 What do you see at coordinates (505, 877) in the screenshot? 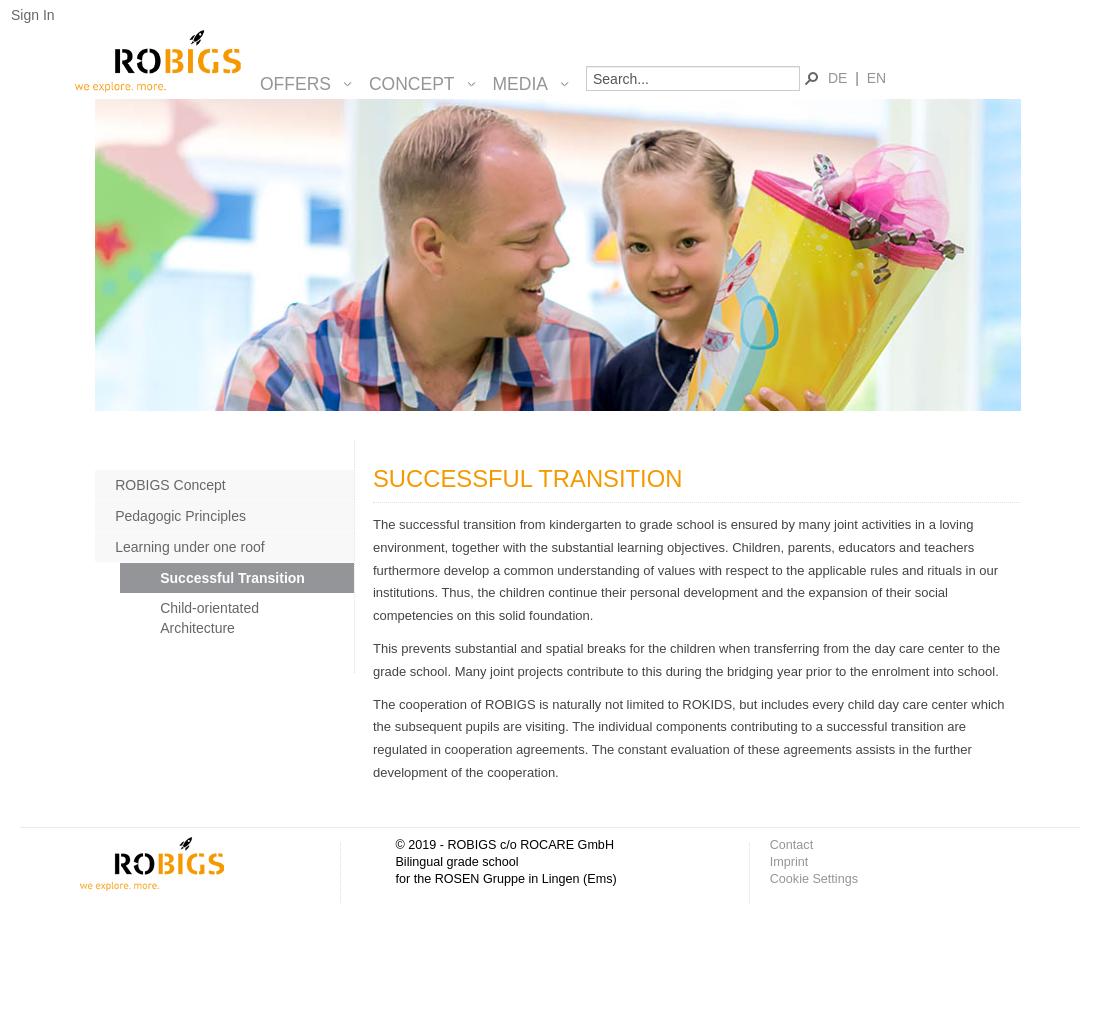
I see `'for the ROSEN Gruppe in Lingen (Ems)'` at bounding box center [505, 877].